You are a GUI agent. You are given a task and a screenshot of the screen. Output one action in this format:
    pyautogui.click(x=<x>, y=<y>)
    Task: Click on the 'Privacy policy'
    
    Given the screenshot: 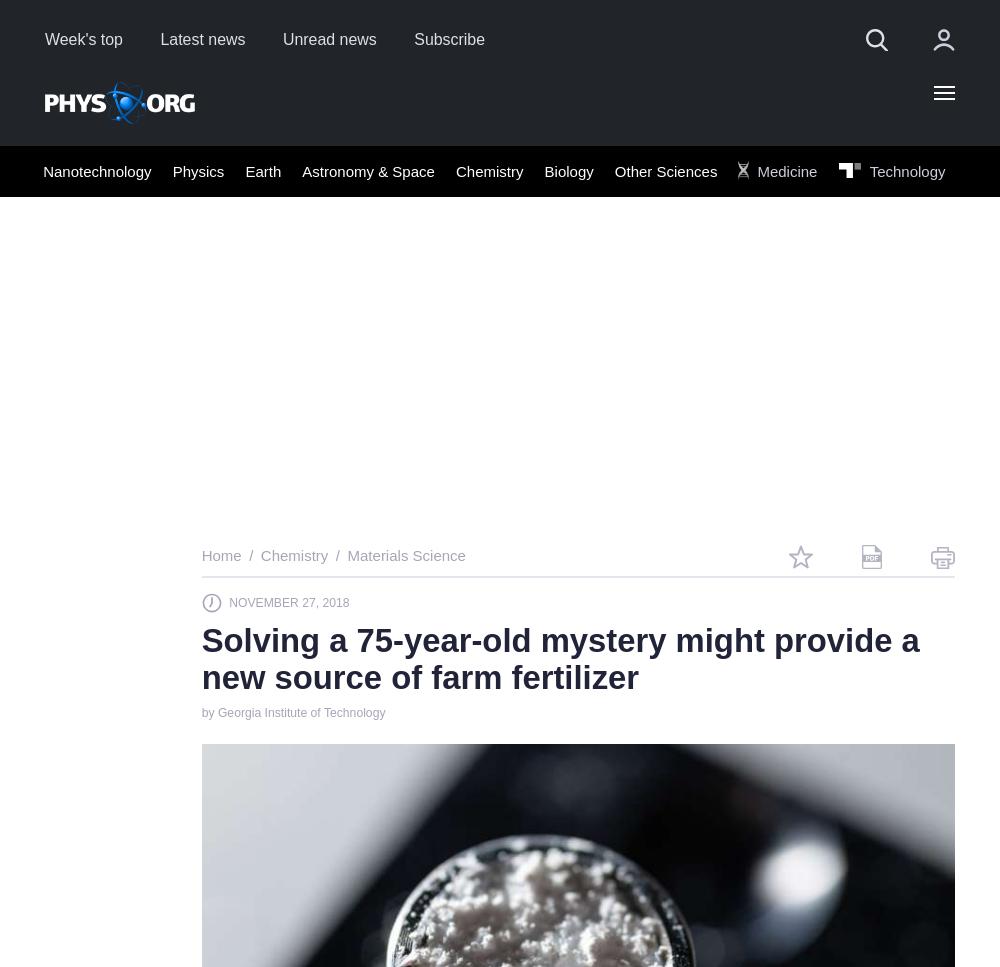 What is the action you would take?
    pyautogui.click(x=386, y=888)
    